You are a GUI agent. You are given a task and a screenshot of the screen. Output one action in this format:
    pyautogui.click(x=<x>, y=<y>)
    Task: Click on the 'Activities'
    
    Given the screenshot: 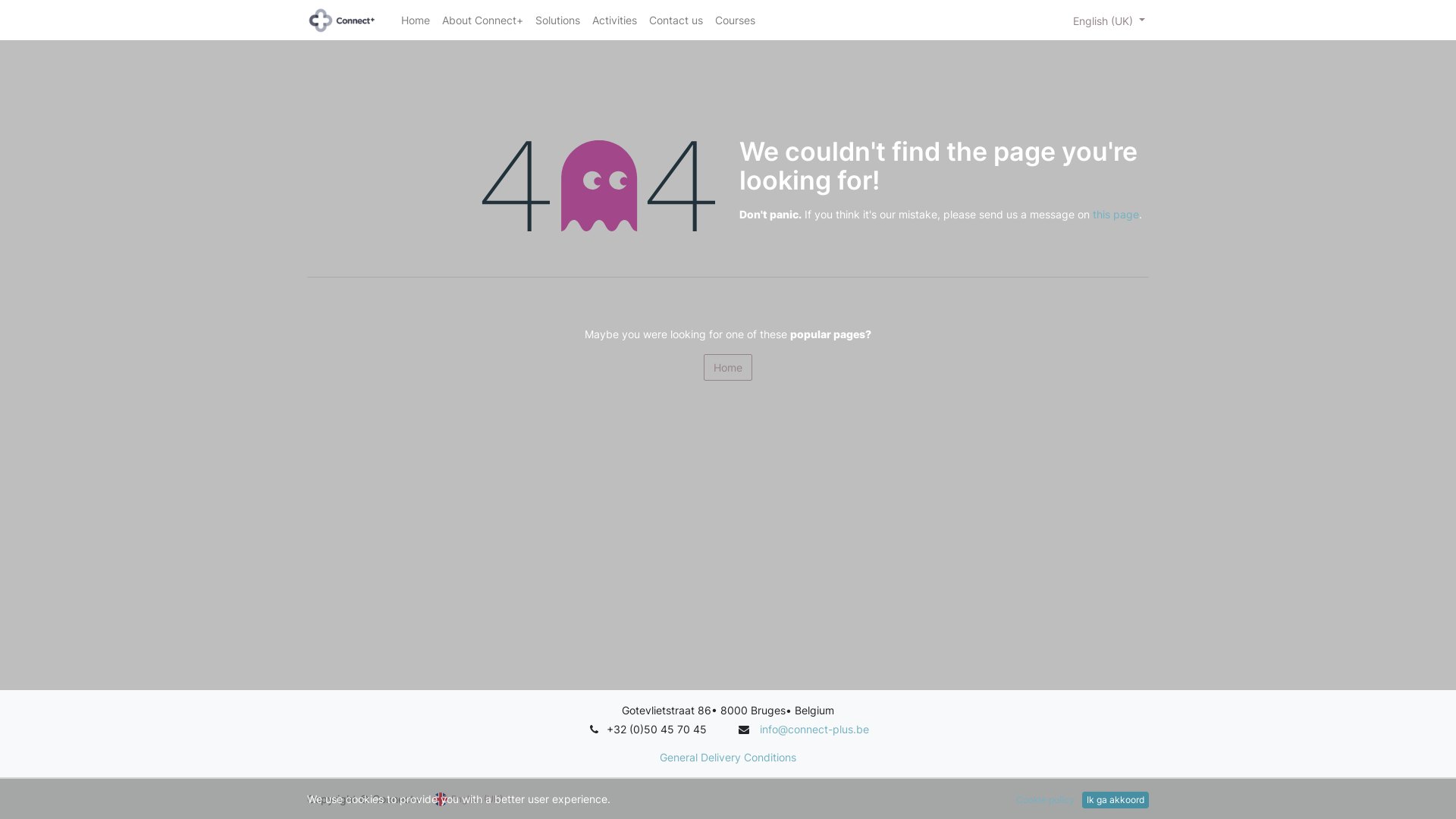 What is the action you would take?
    pyautogui.click(x=585, y=20)
    